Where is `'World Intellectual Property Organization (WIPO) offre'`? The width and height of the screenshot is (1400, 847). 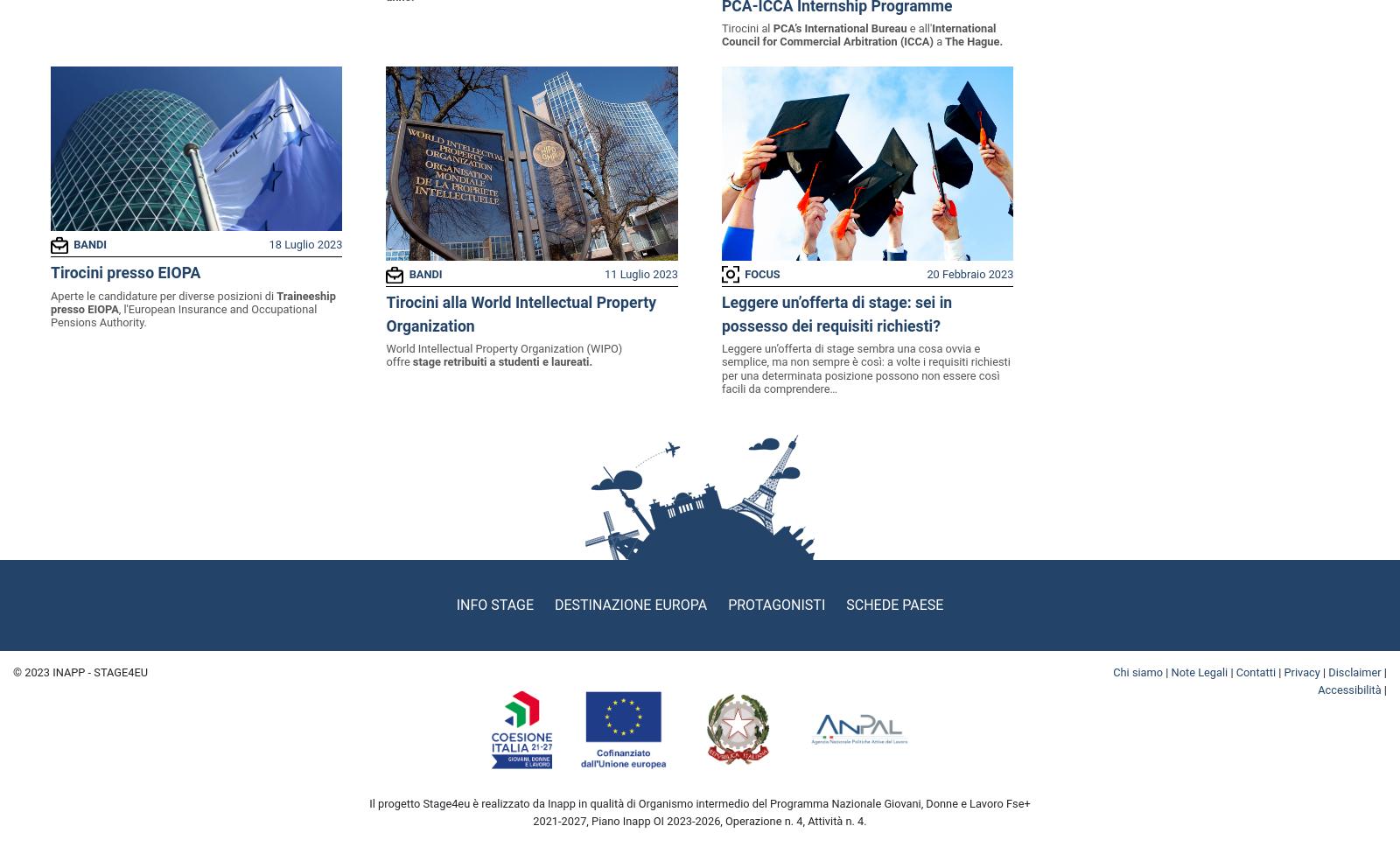 'World Intellectual Property Organization (WIPO) offre' is located at coordinates (503, 354).